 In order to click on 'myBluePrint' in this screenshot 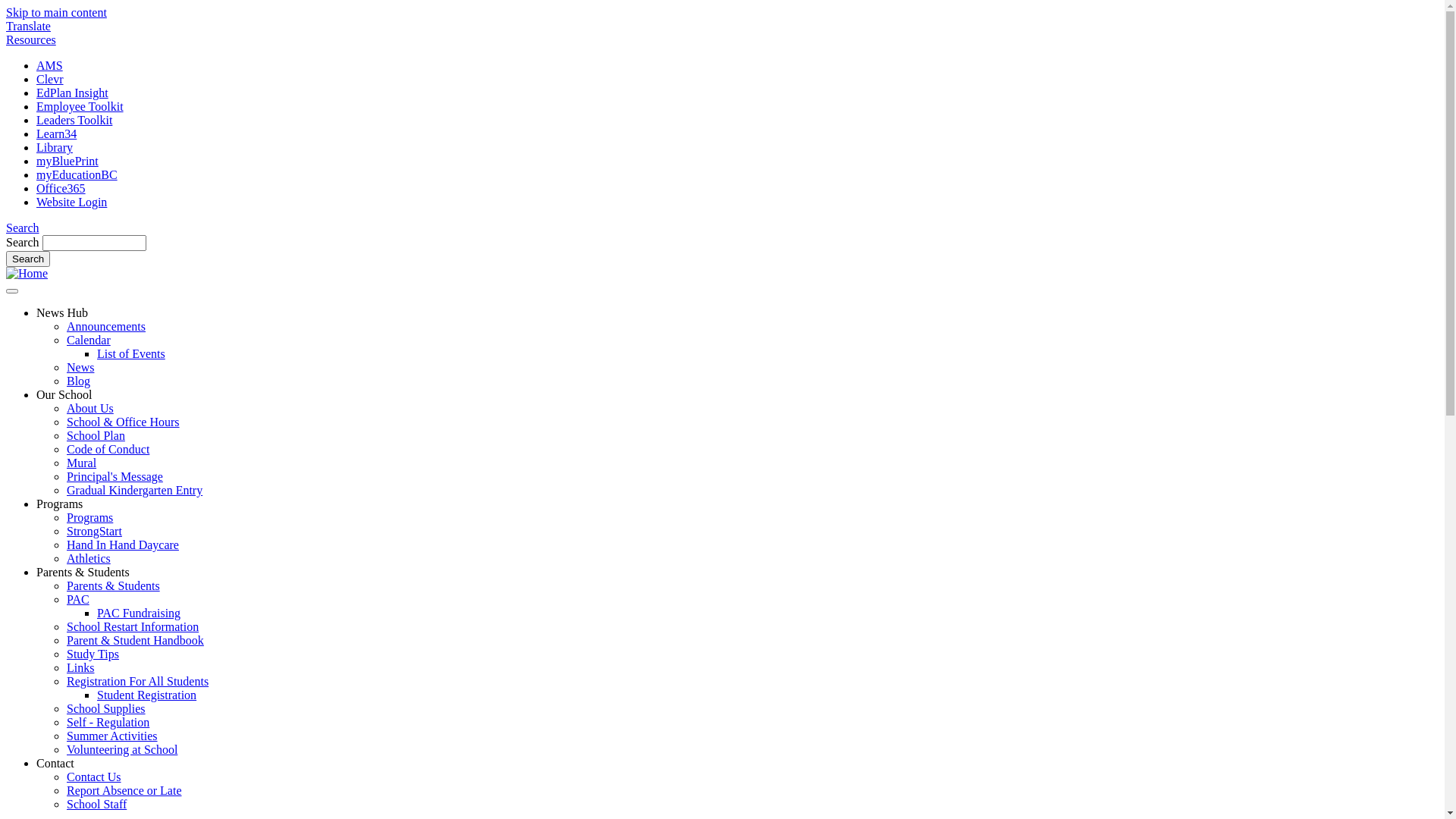, I will do `click(36, 161)`.